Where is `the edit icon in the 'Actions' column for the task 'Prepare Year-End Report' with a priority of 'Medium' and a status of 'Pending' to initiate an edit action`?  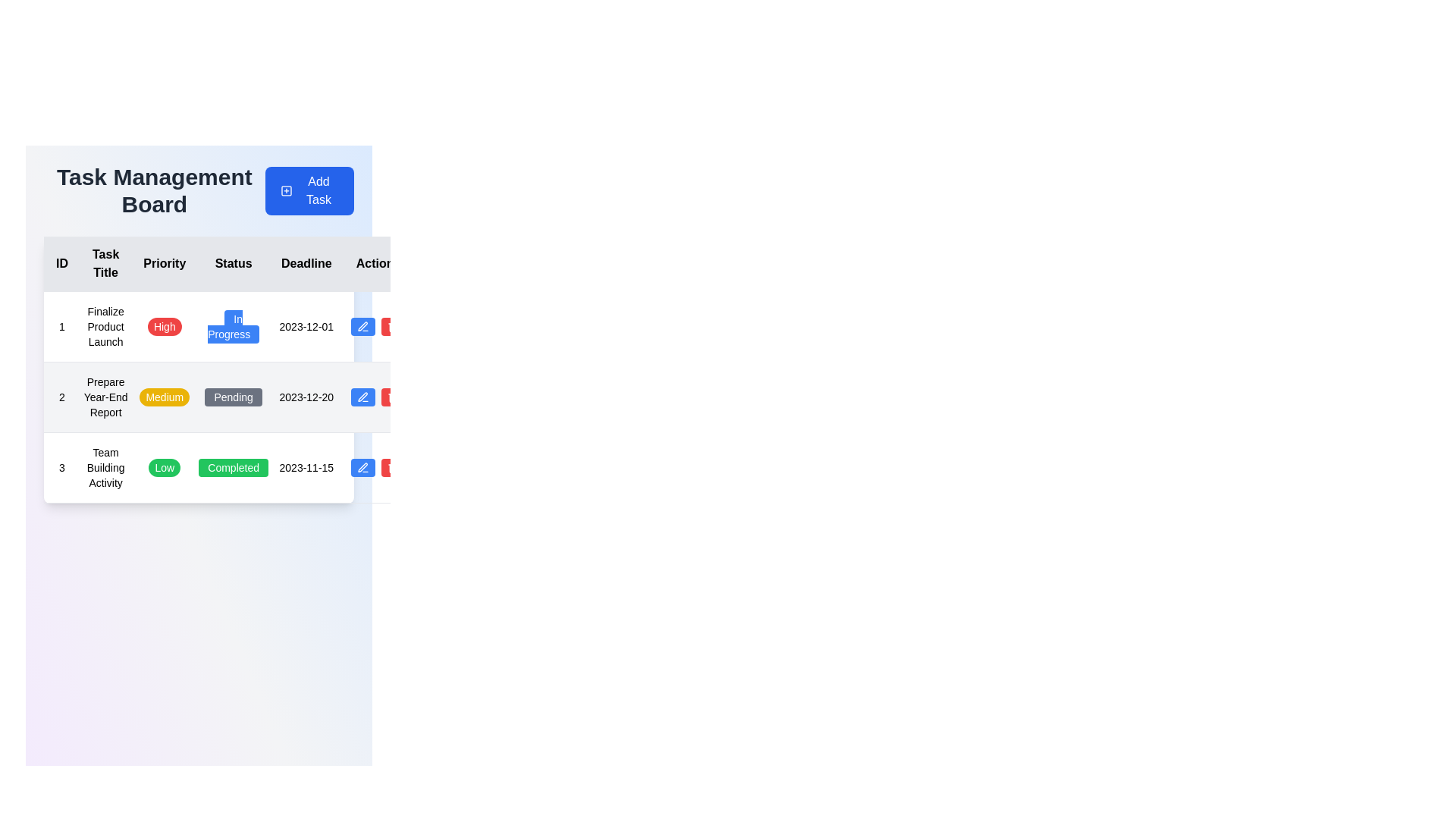
the edit icon in the 'Actions' column for the task 'Prepare Year-End Report' with a priority of 'Medium' and a status of 'Pending' to initiate an edit action is located at coordinates (362, 396).